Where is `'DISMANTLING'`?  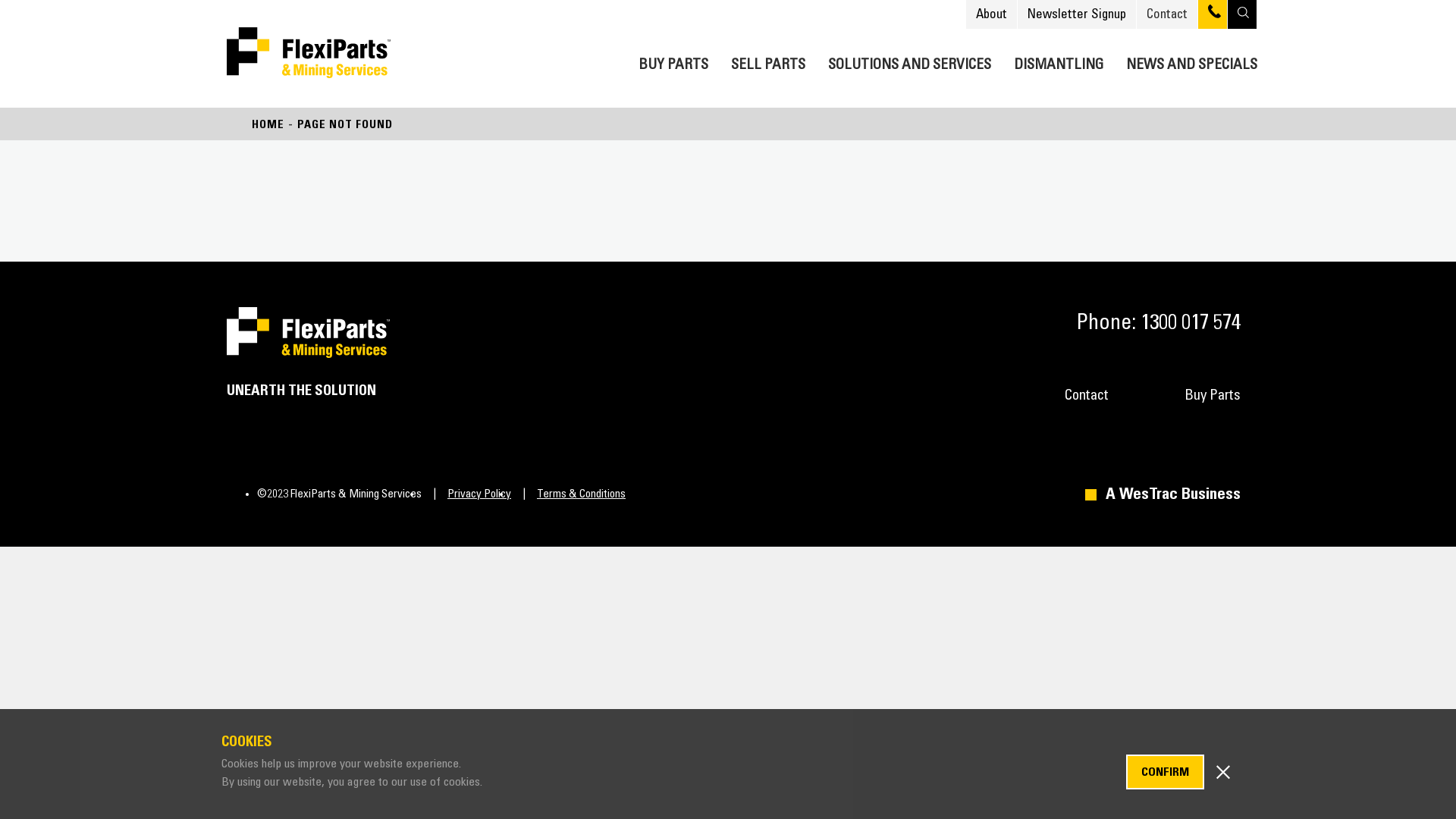 'DISMANTLING' is located at coordinates (1014, 61).